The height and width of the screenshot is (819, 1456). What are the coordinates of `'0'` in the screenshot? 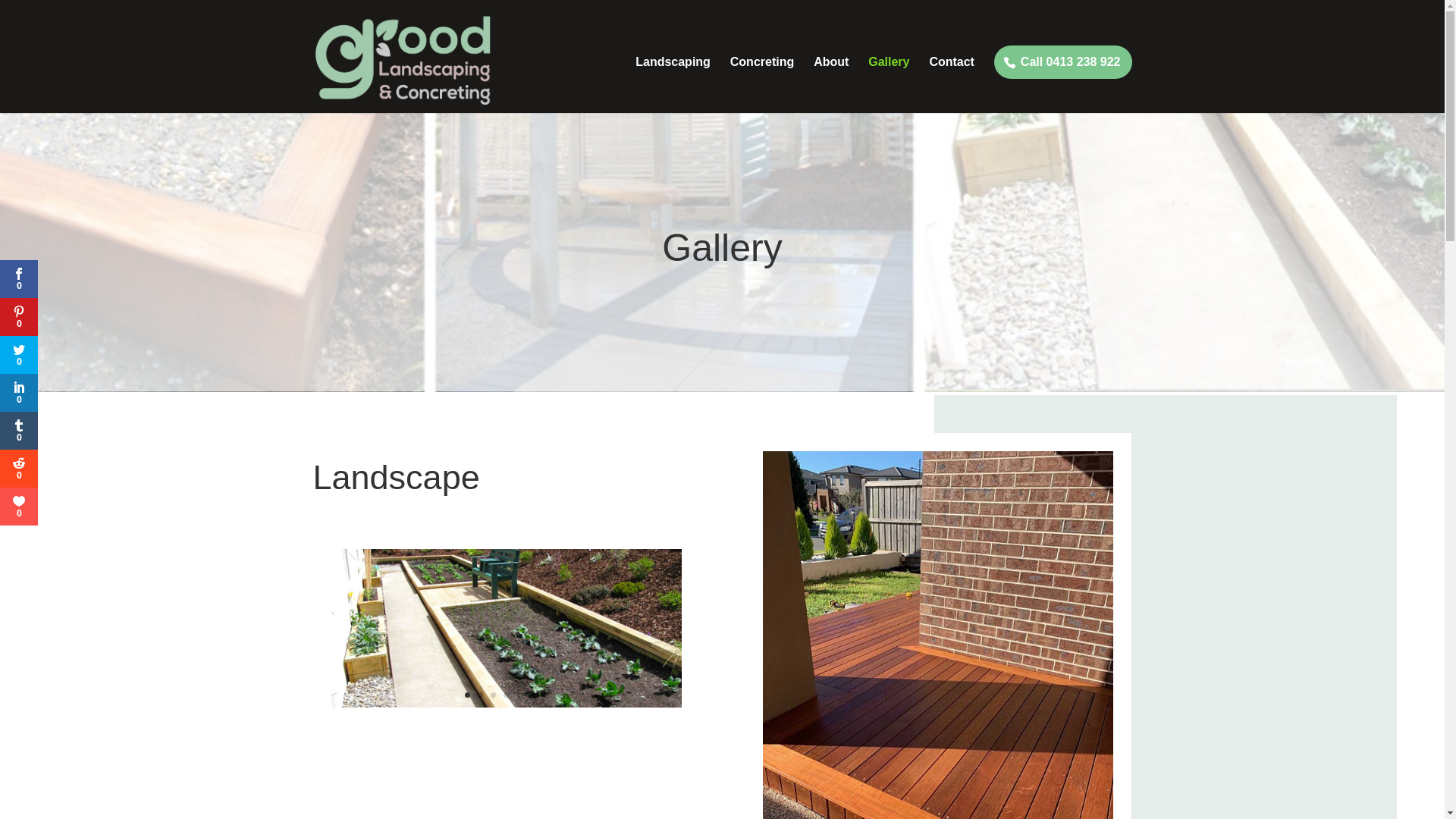 It's located at (0, 315).